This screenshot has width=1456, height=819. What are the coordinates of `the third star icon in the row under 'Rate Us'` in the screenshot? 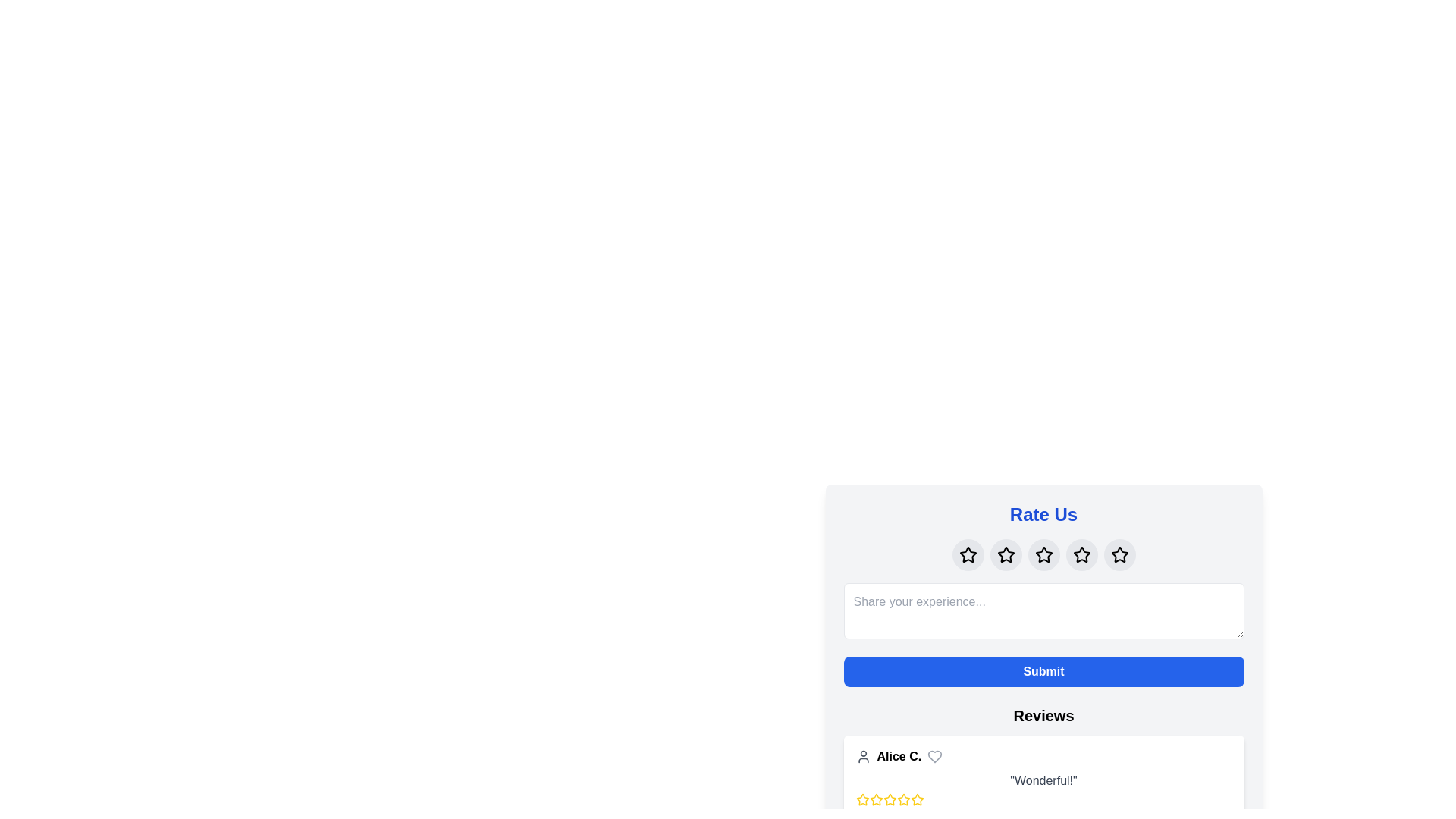 It's located at (1043, 554).